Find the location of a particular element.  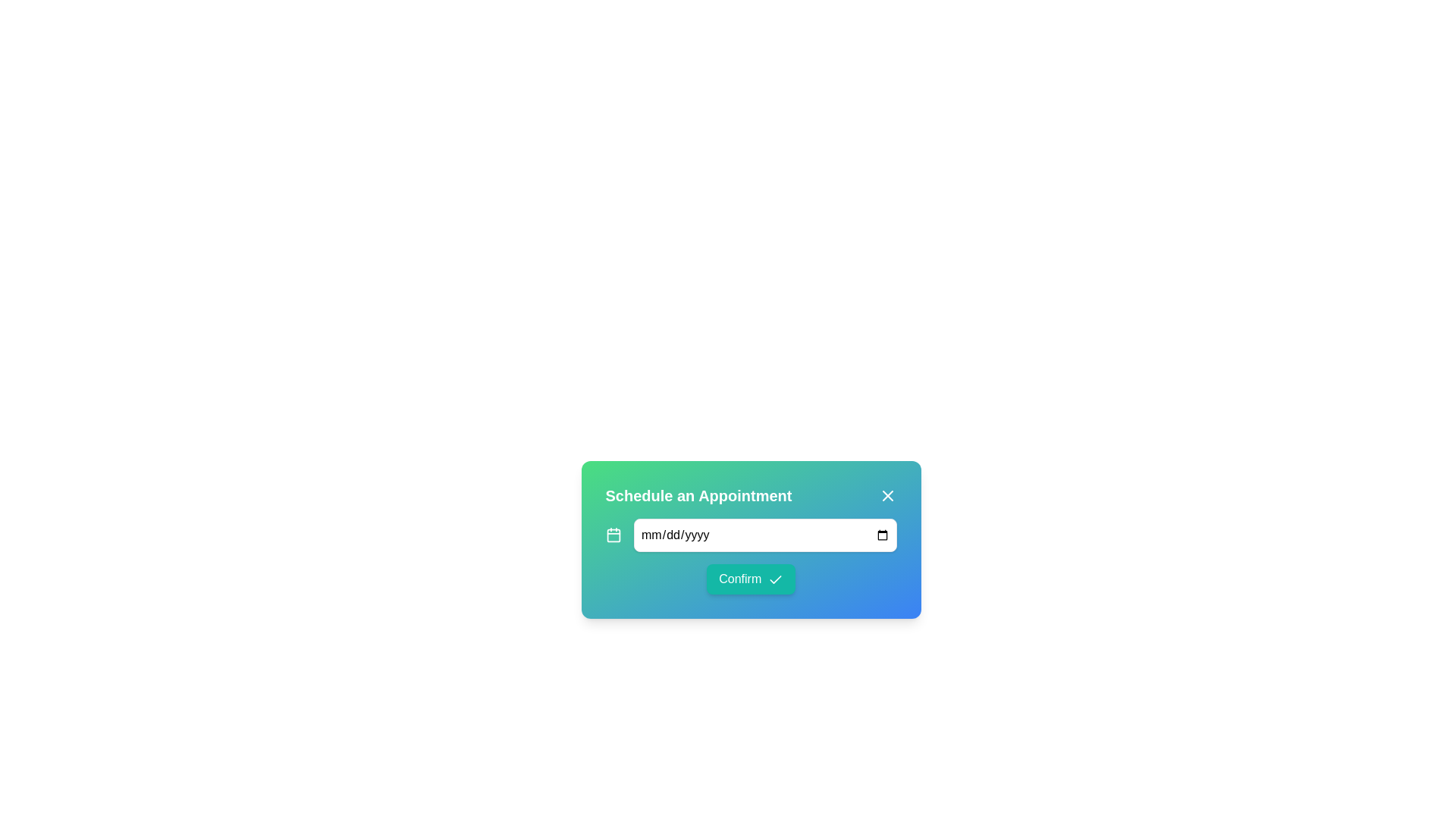

the rectangular turquoise button labeled 'Confirm' is located at coordinates (751, 579).